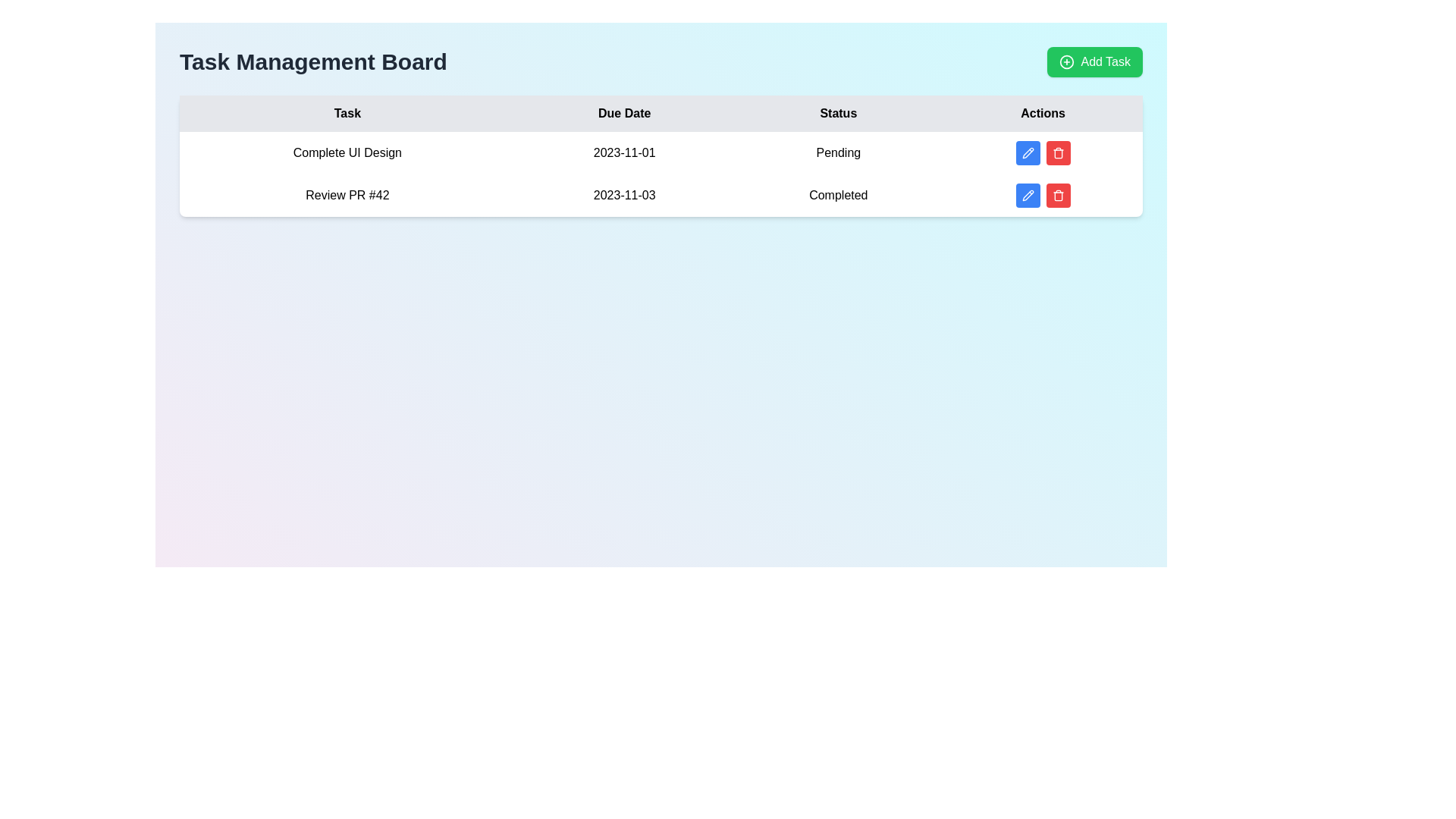  What do you see at coordinates (1065, 61) in the screenshot?
I see `the circular icon with a plus symbol ('+') in the center, which is part of the green button located in the top-right corner` at bounding box center [1065, 61].